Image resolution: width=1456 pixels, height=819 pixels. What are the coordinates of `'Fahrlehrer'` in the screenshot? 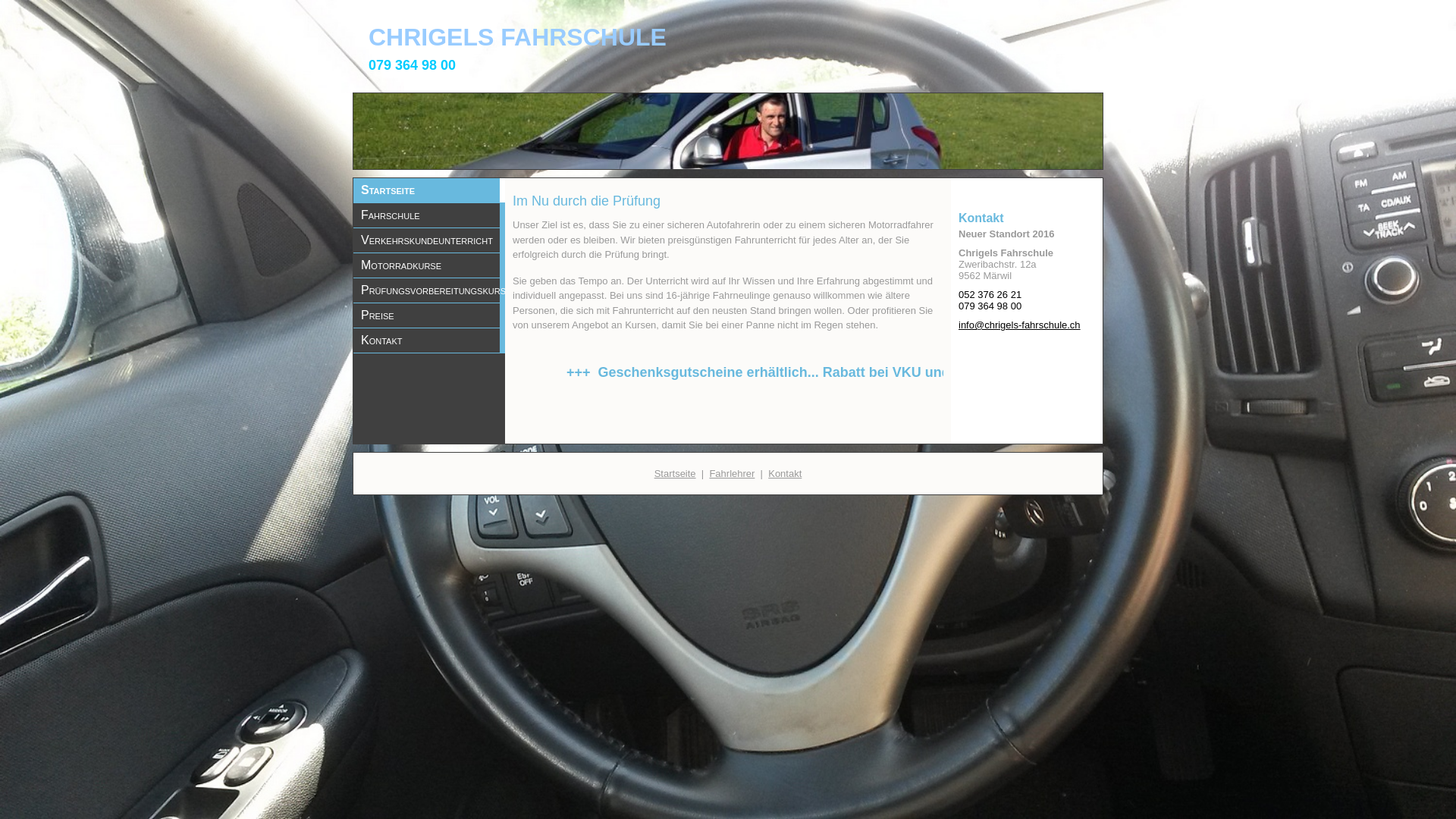 It's located at (731, 472).